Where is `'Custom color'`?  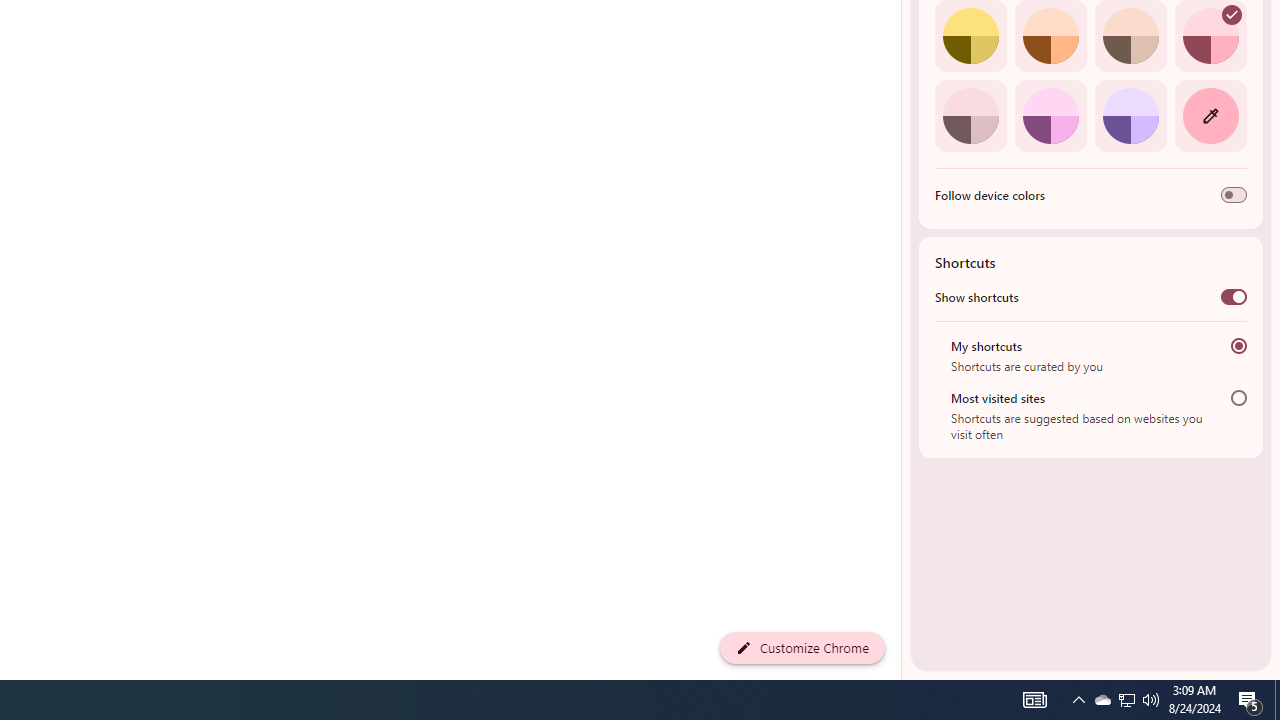 'Custom color' is located at coordinates (1209, 115).